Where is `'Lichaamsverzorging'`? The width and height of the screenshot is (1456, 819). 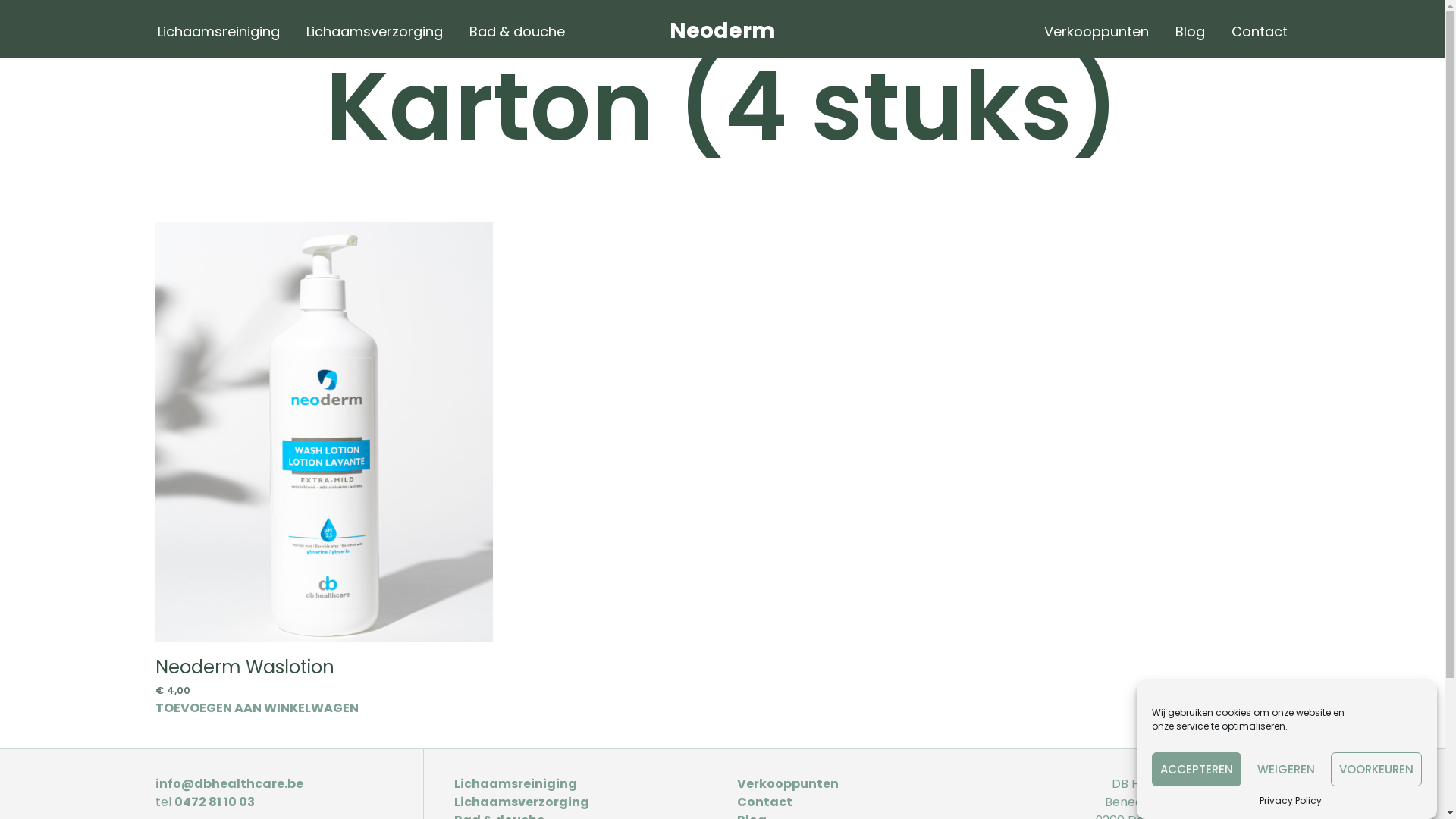 'Lichaamsverzorging' is located at coordinates (374, 31).